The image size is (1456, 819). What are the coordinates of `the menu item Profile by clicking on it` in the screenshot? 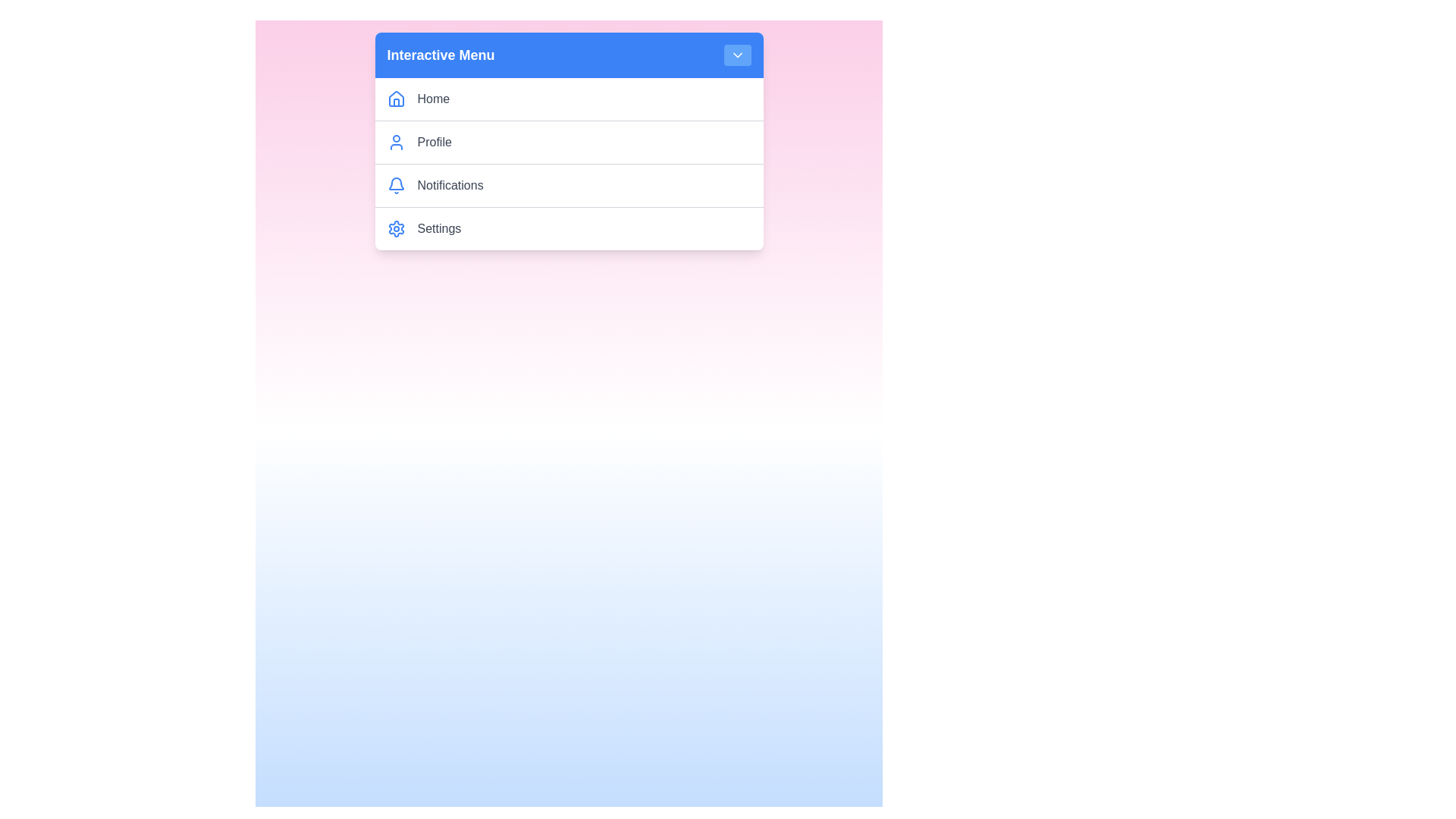 It's located at (583, 143).